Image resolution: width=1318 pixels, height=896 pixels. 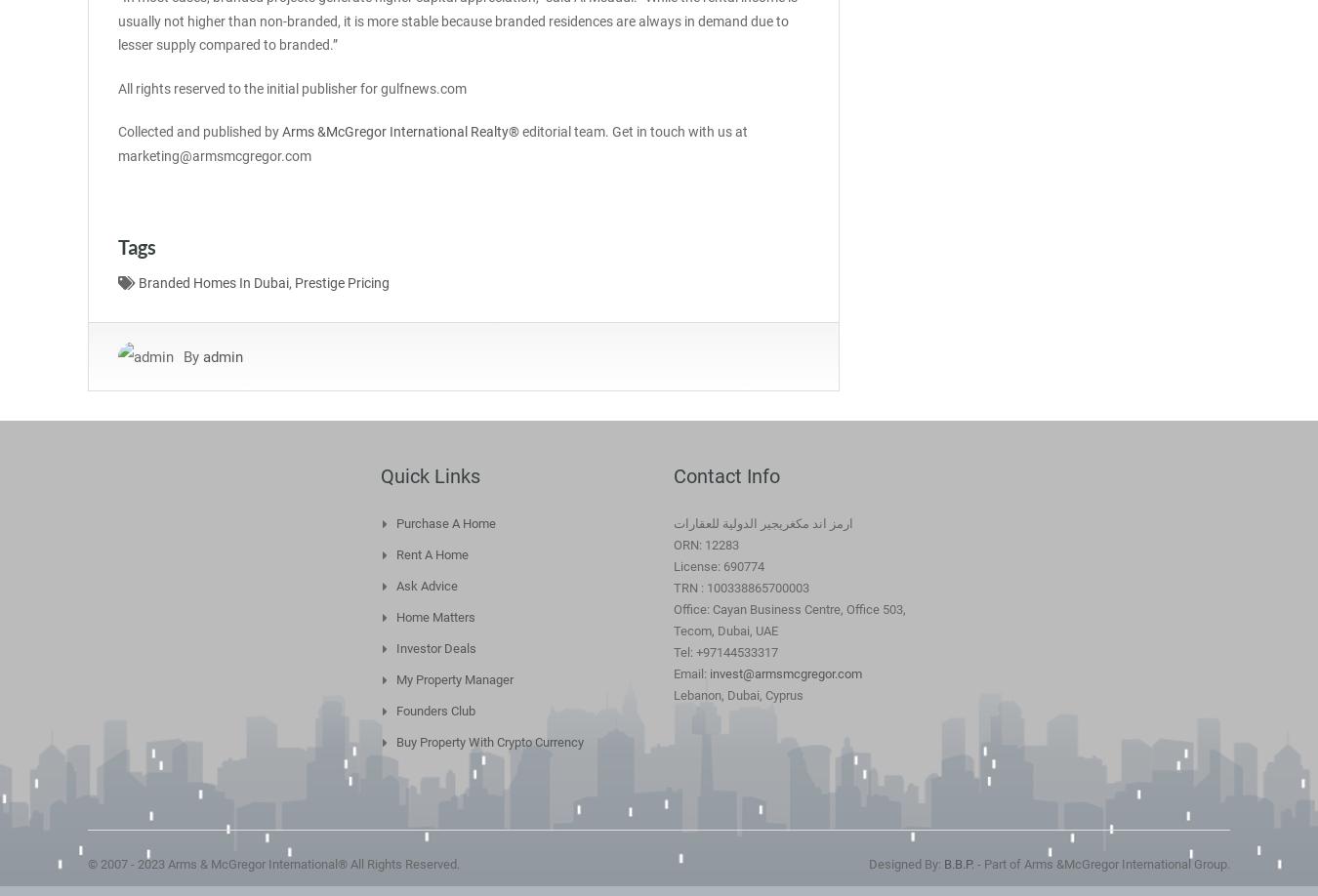 I want to click on 'admin', so click(x=222, y=355).